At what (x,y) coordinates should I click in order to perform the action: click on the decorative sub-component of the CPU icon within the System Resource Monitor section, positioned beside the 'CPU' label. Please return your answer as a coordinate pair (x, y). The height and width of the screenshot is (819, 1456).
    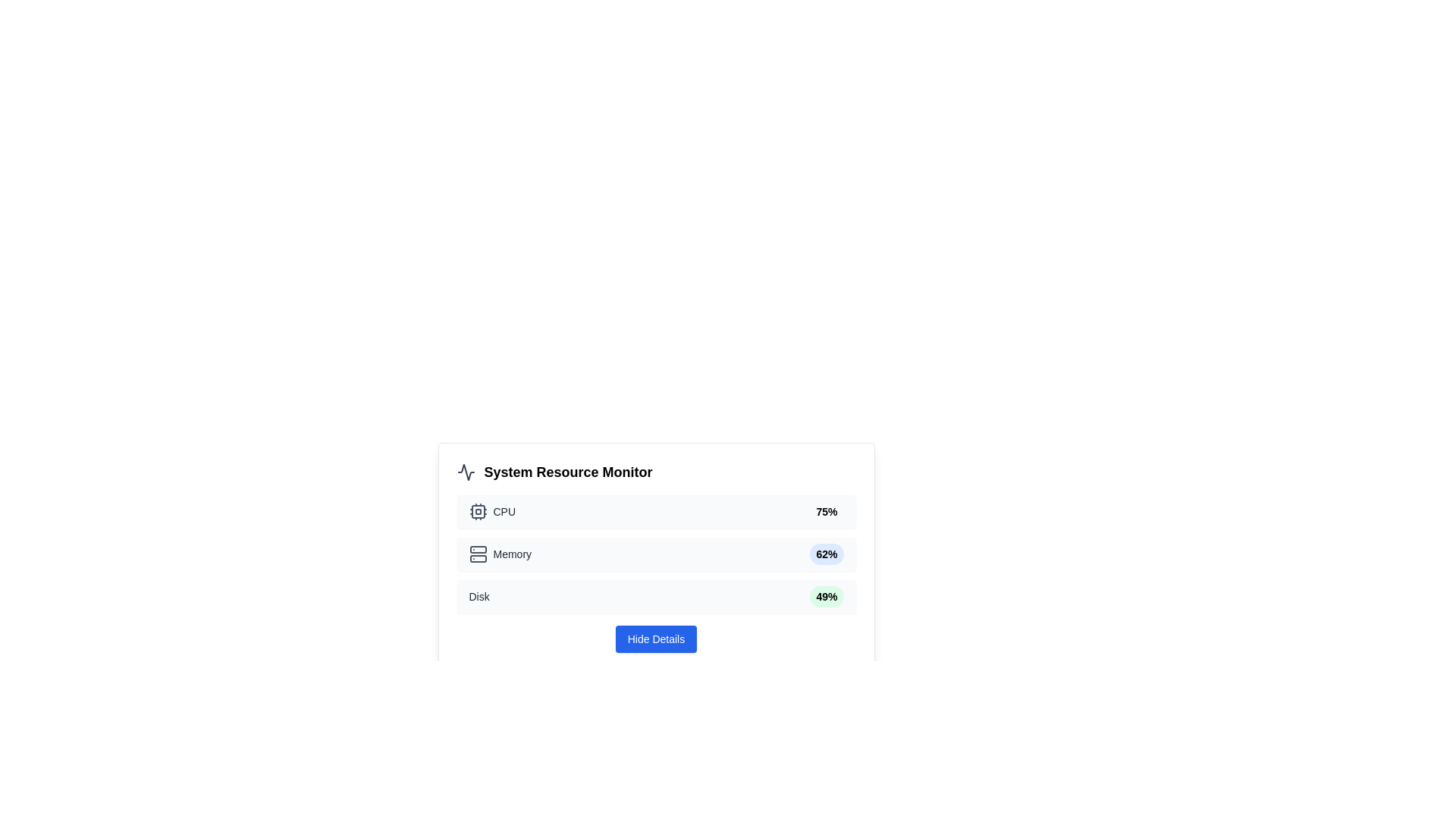
    Looking at the image, I should click on (477, 512).